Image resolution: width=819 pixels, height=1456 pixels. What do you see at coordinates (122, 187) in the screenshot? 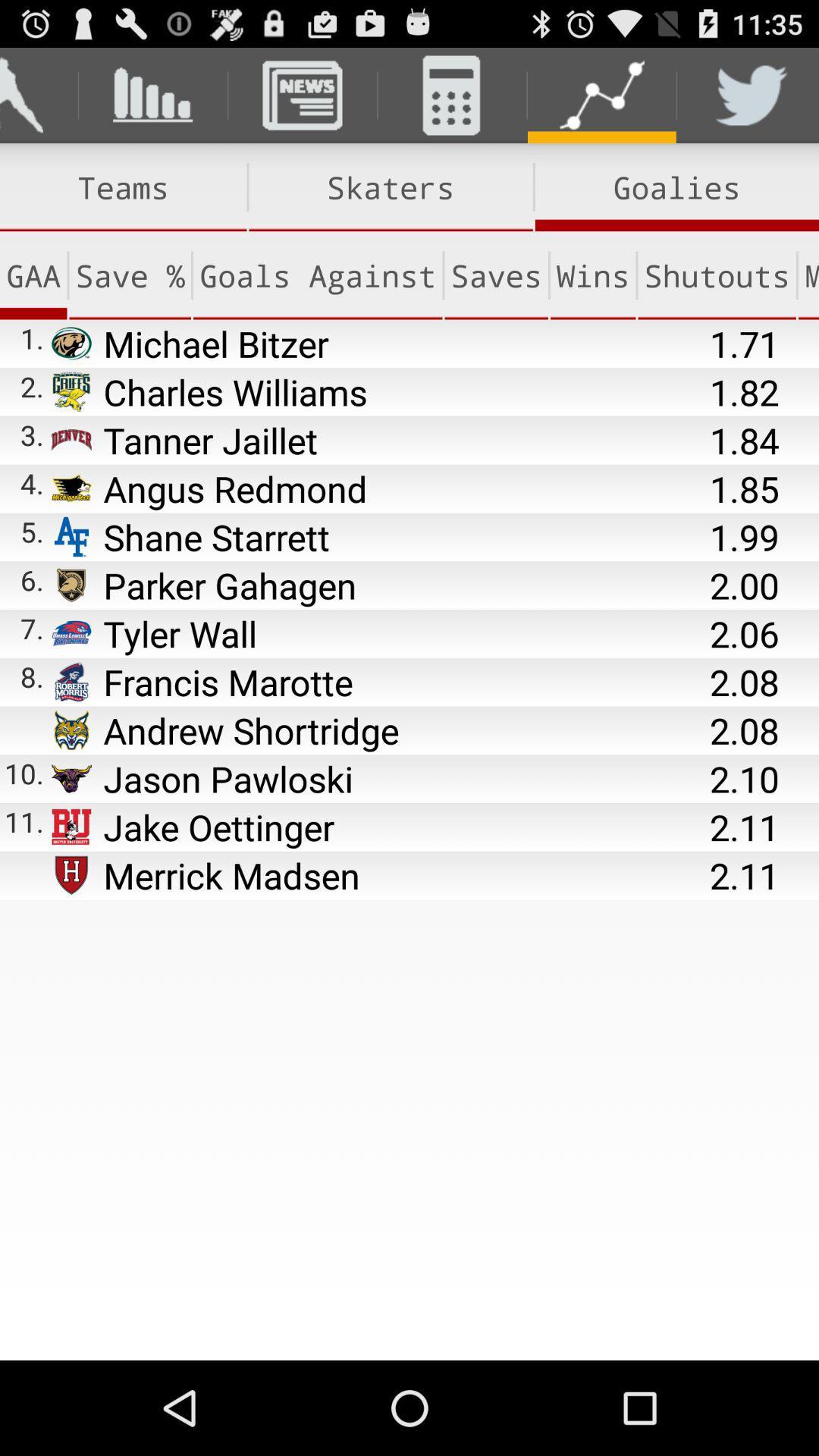
I see `the item next to the skaters item` at bounding box center [122, 187].